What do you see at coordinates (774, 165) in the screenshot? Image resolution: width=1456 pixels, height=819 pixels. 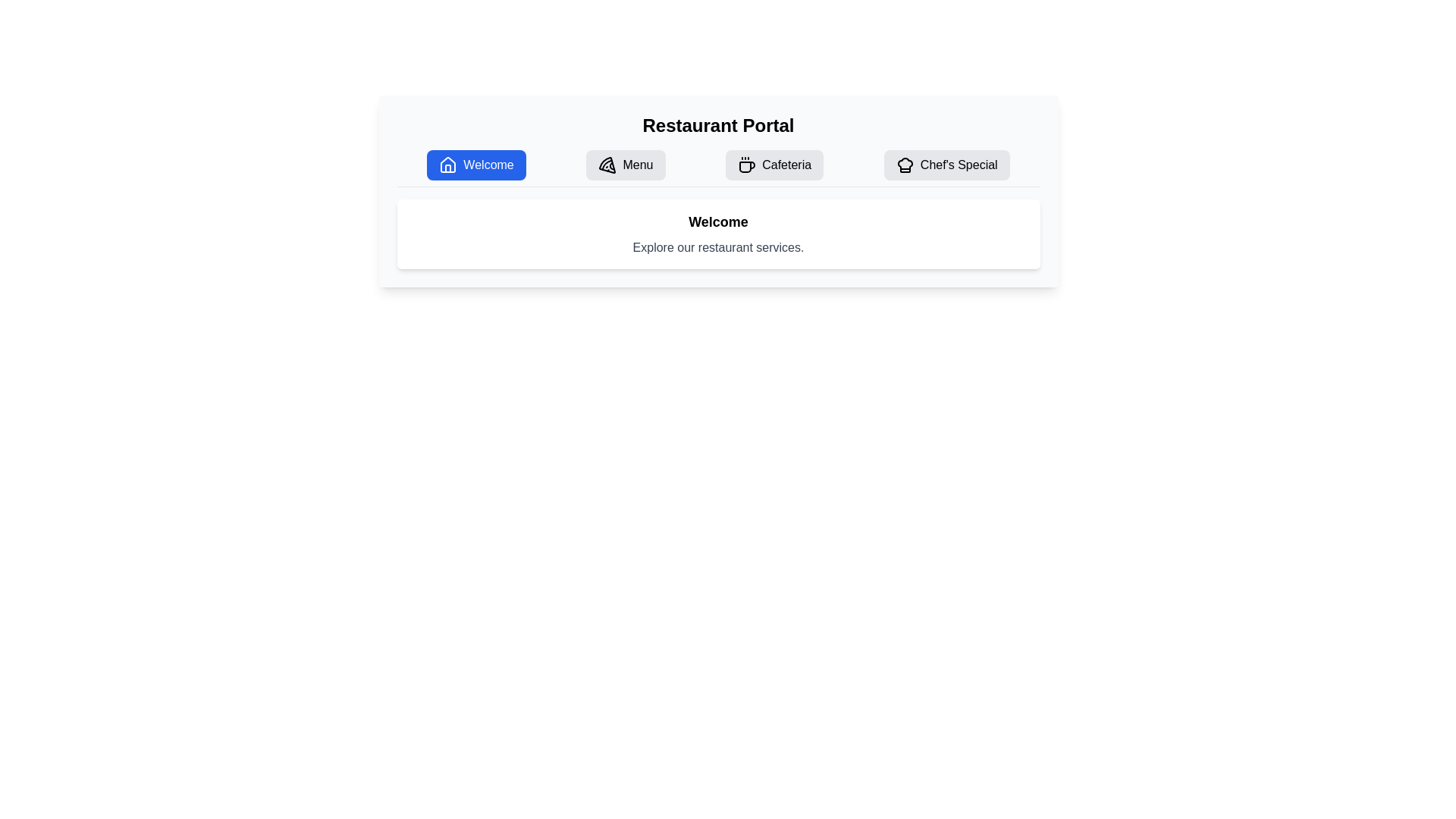 I see `the navigational button located in the second row of the navigation bar, which is the third button from the left` at bounding box center [774, 165].